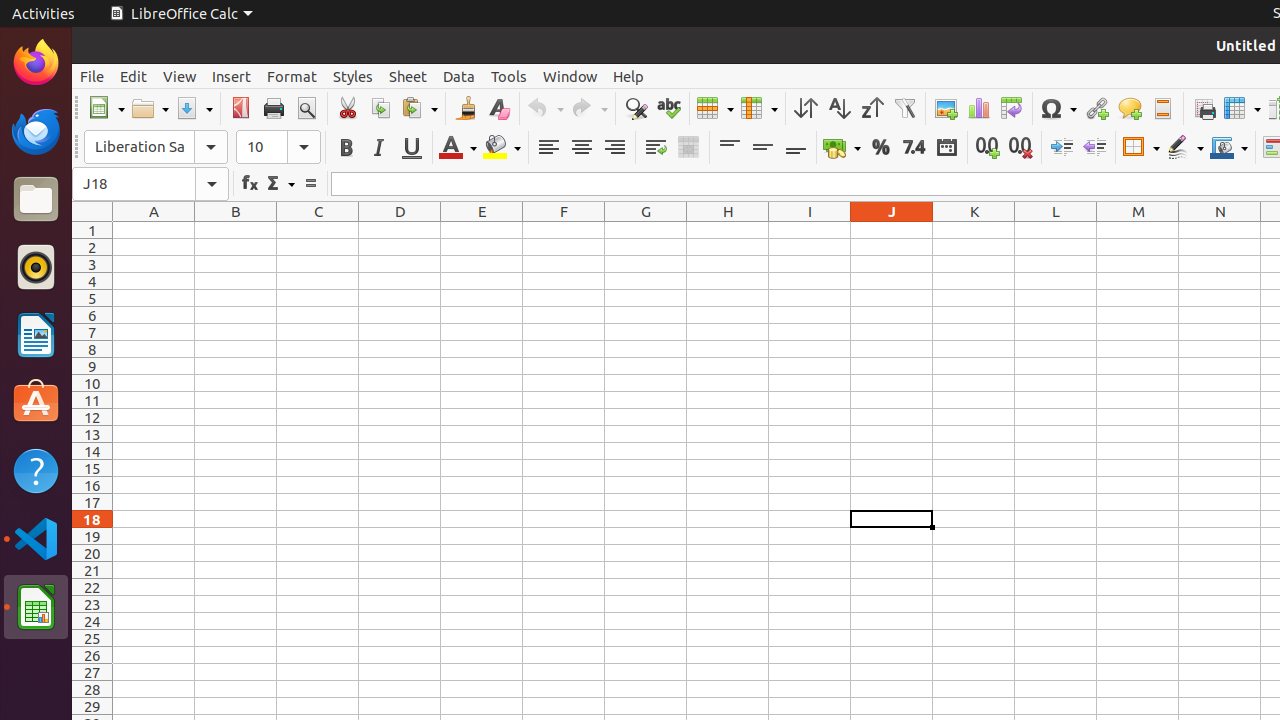 The width and height of the screenshot is (1280, 720). I want to click on 'Align Right', so click(613, 146).